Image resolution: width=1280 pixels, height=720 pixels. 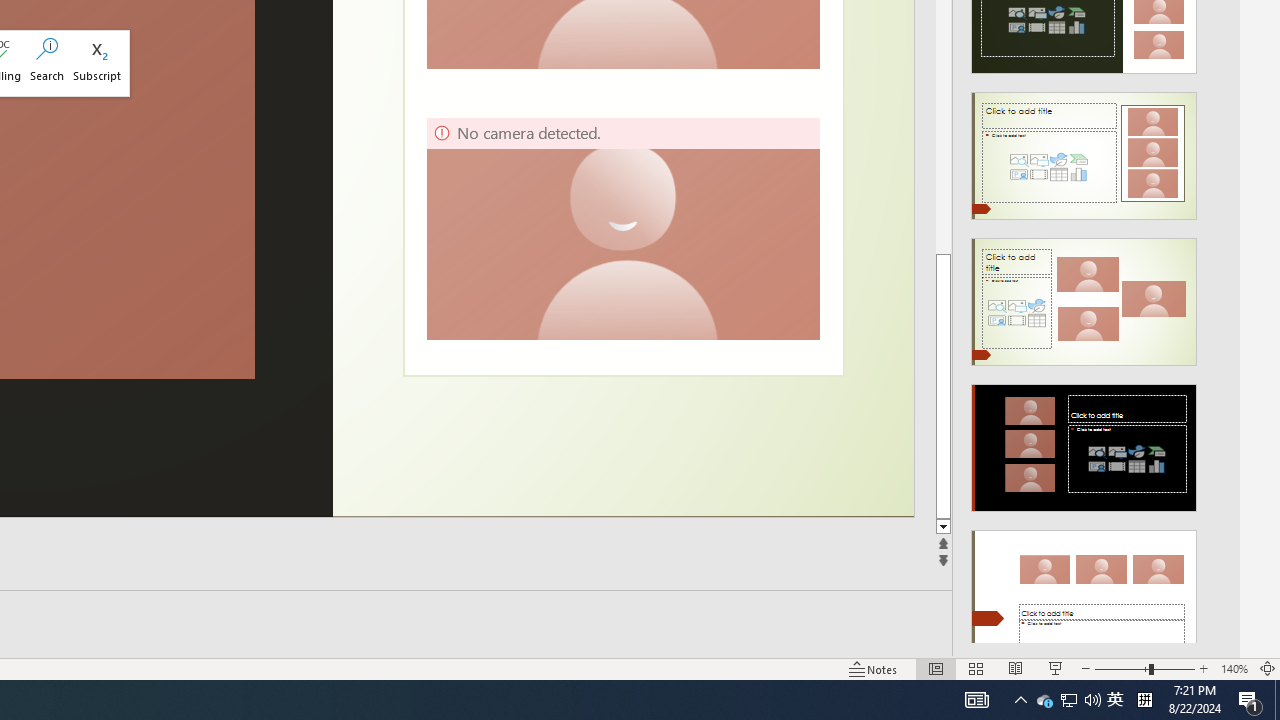 I want to click on 'Reading View', so click(x=1015, y=669).